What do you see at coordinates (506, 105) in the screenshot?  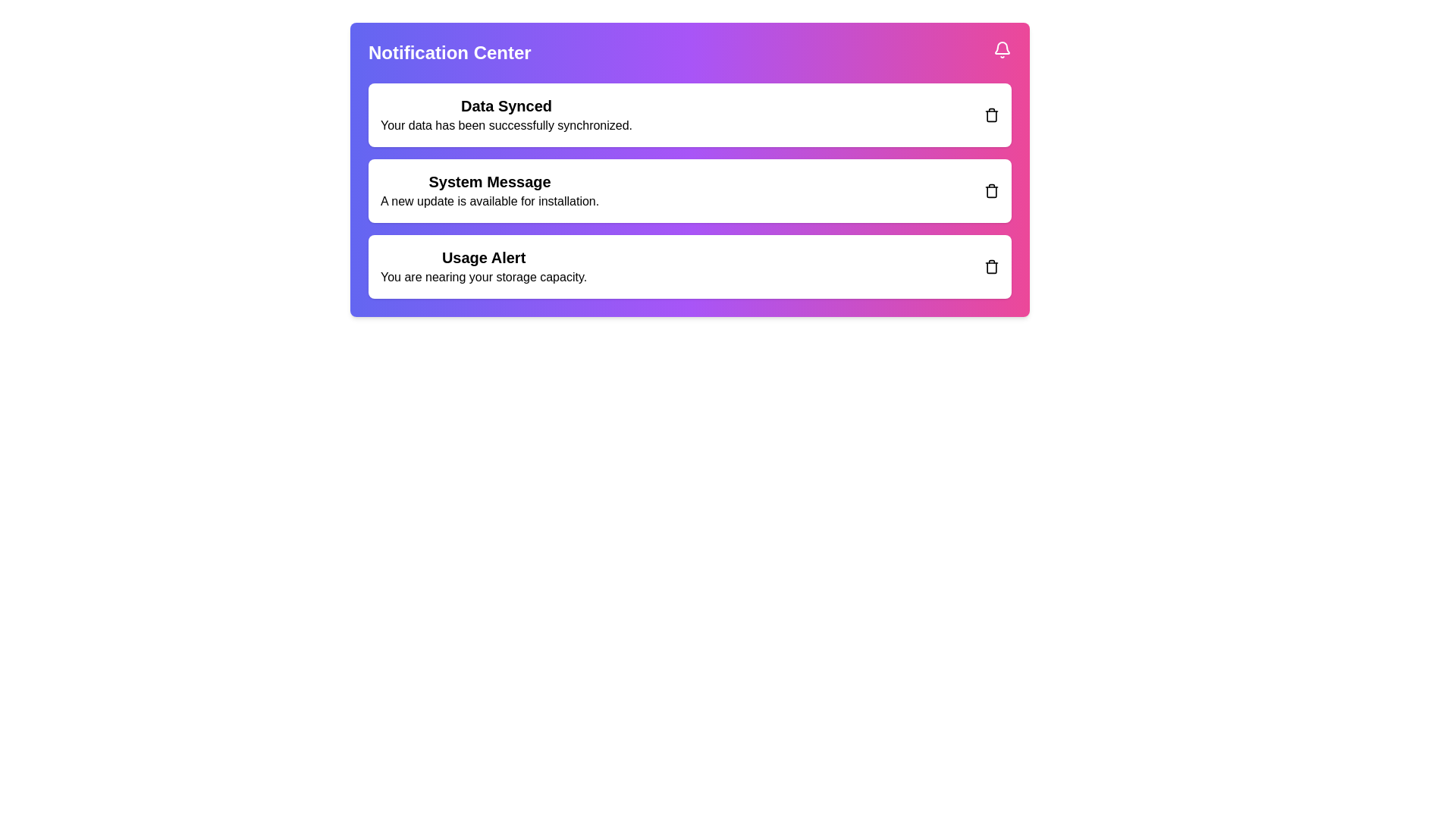 I see `the 'Data Synced' label located at the top left of the notification panel, which is displayed in bold and larger text compared to the descriptive text below it` at bounding box center [506, 105].